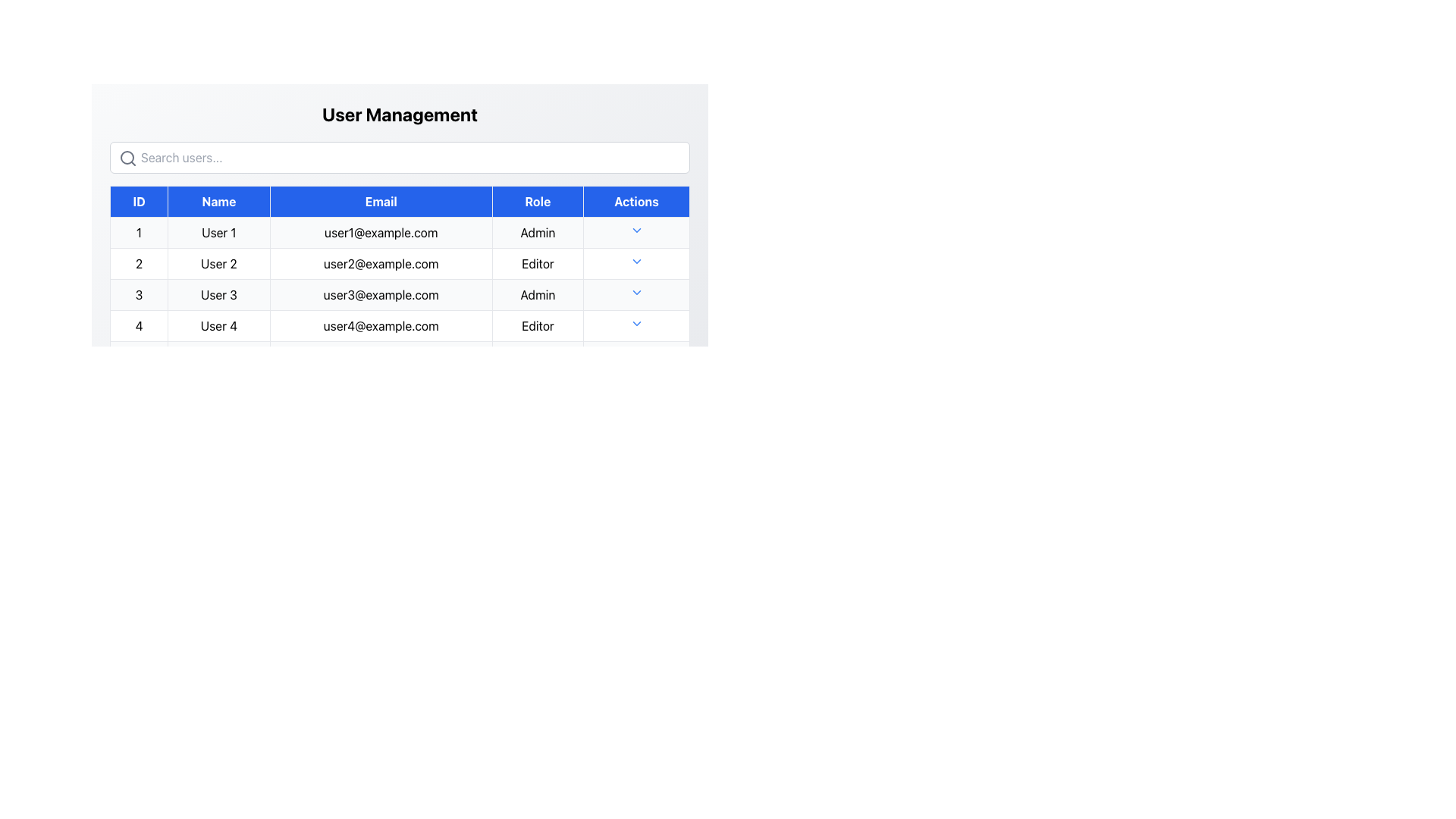 The width and height of the screenshot is (1456, 819). Describe the element at coordinates (636, 292) in the screenshot. I see `the Dropdown trigger button featuring a downward-pointing chevron arrow icon, located in the third row of the 'Actions' column aligned with 'User 3'` at that location.